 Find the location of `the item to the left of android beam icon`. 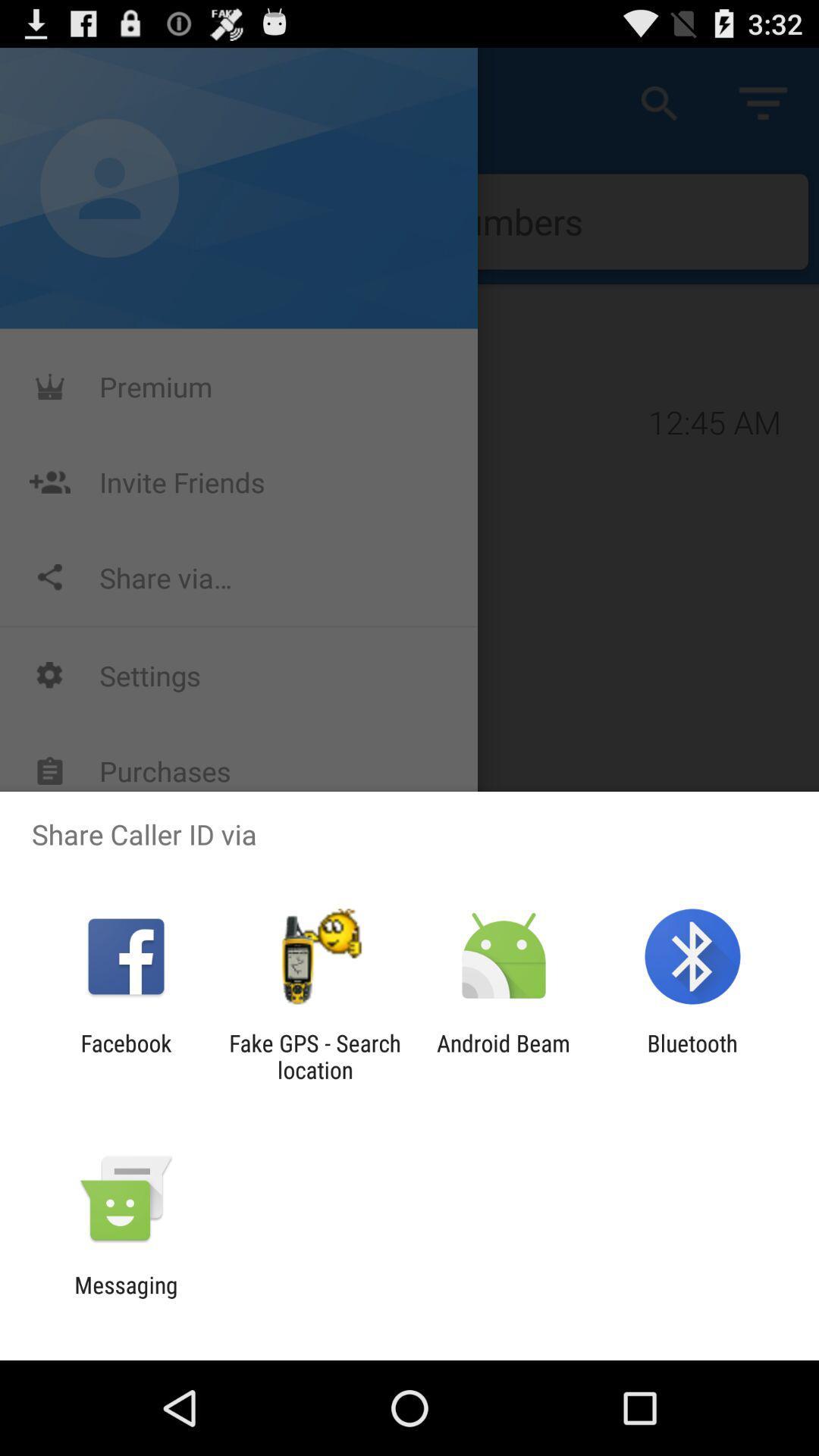

the item to the left of android beam icon is located at coordinates (314, 1056).